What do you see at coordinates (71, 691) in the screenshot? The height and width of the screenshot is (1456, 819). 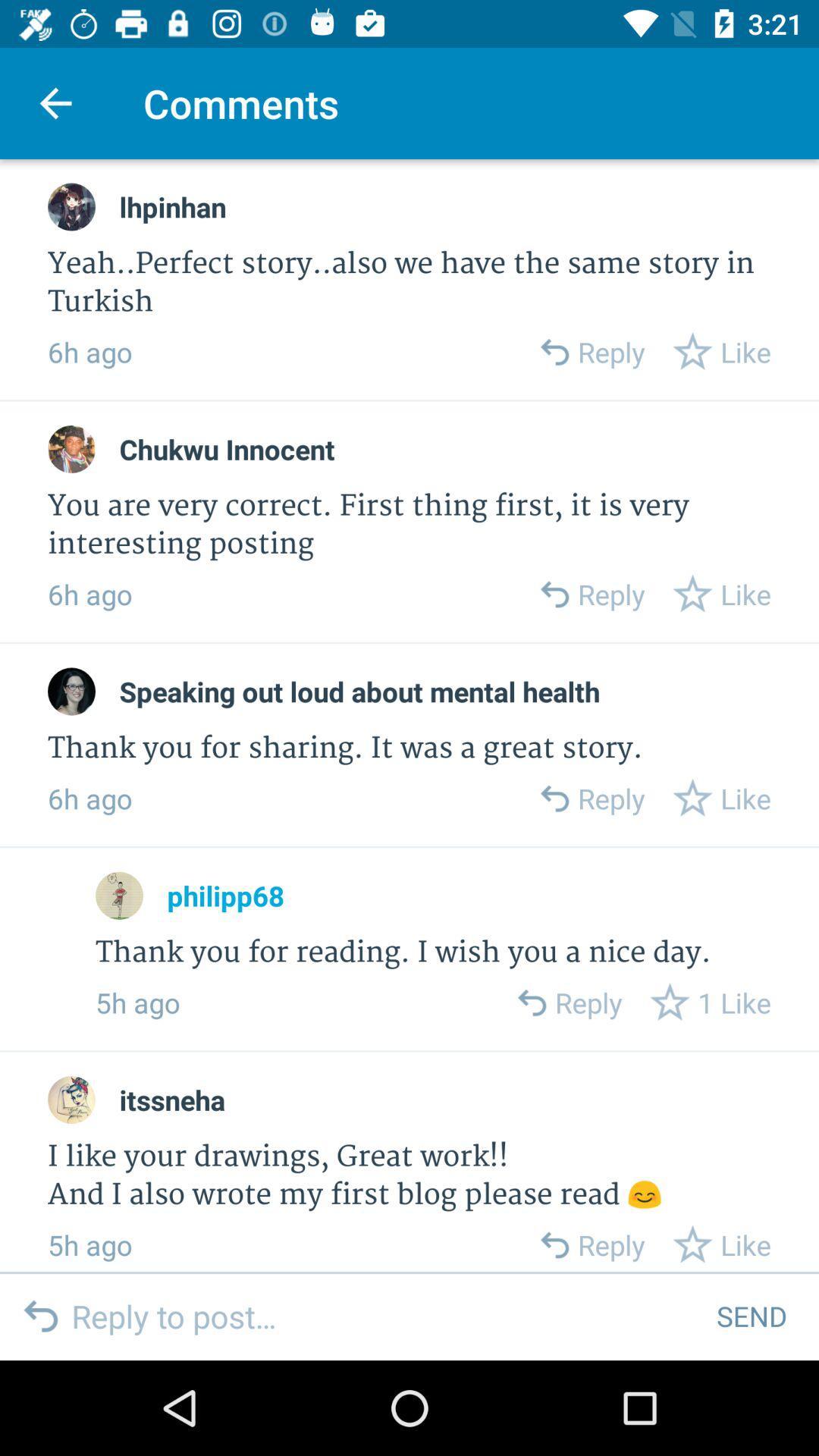 I see `profile` at bounding box center [71, 691].